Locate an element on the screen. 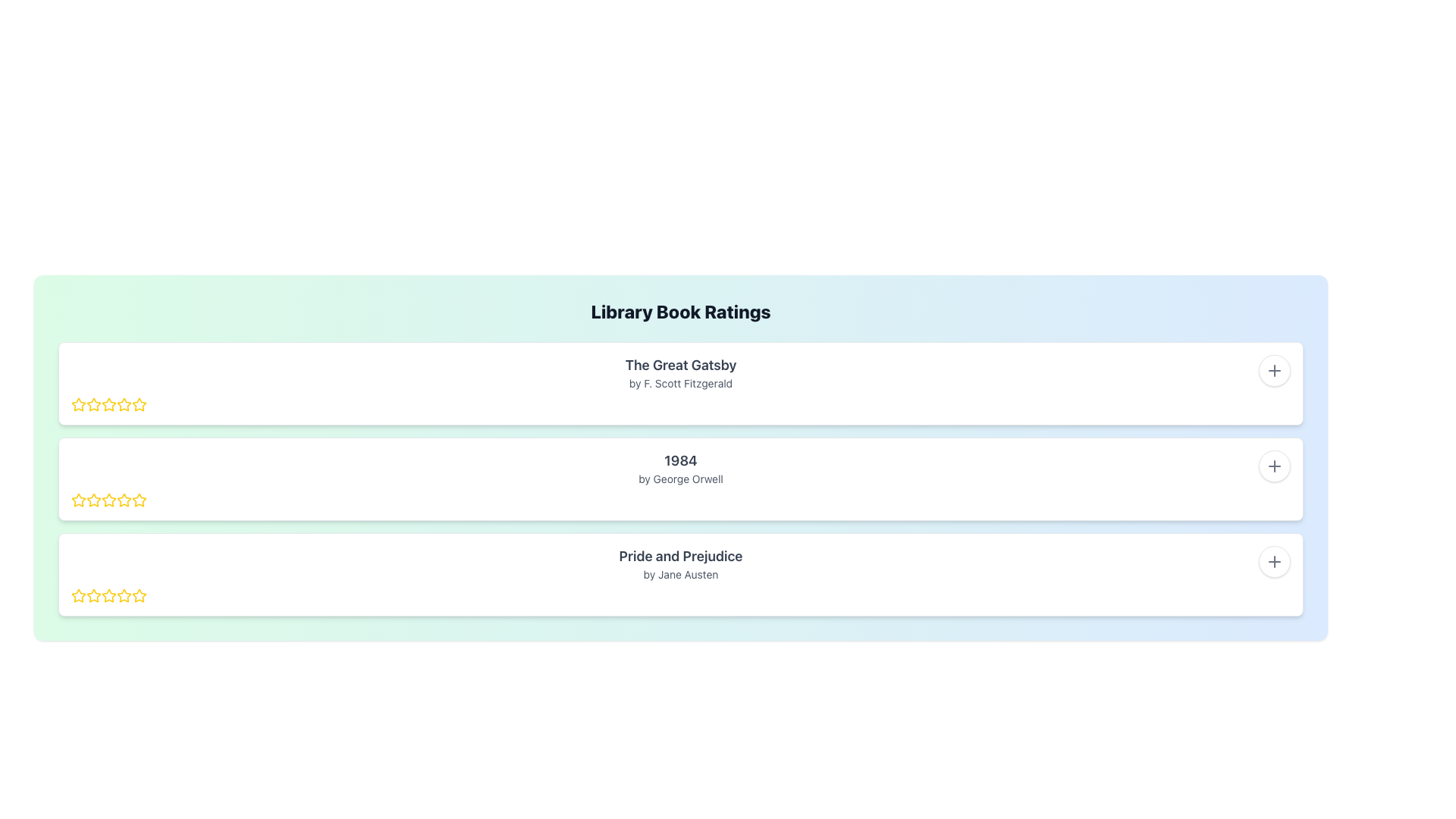 The image size is (1456, 819). the 5th star icon is located at coordinates (139, 500).